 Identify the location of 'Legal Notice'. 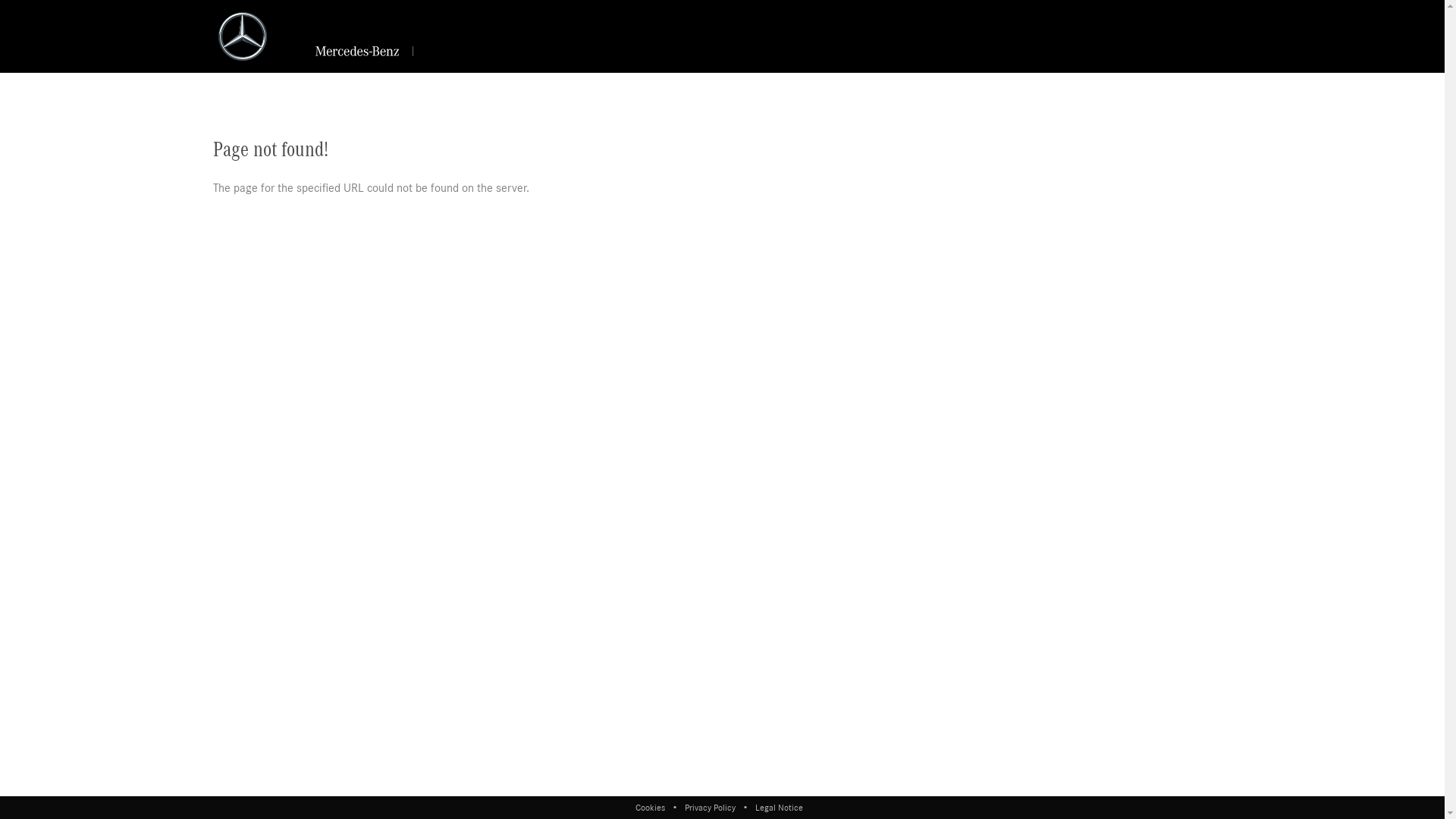
(747, 806).